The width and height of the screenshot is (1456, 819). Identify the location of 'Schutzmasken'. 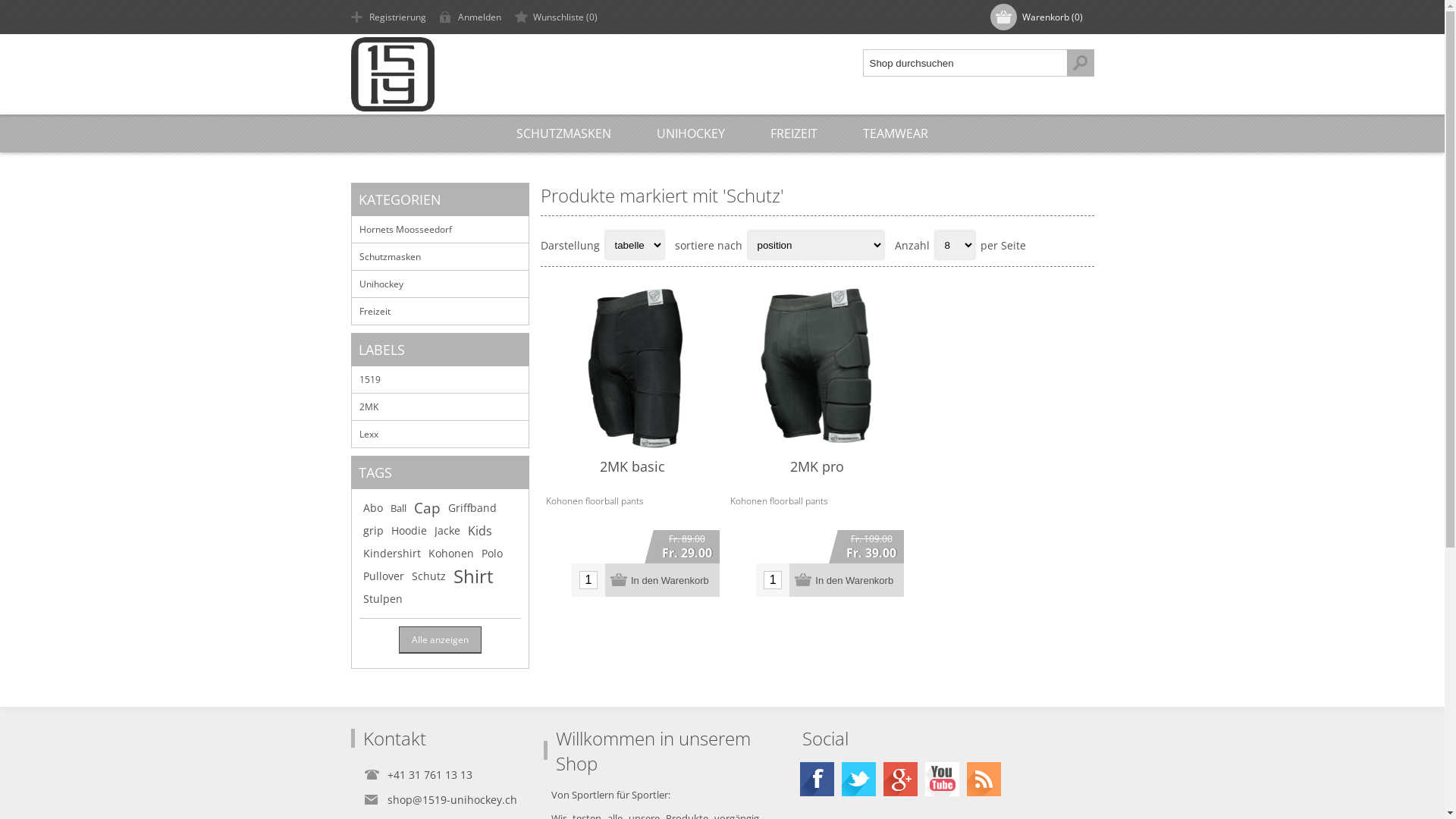
(439, 256).